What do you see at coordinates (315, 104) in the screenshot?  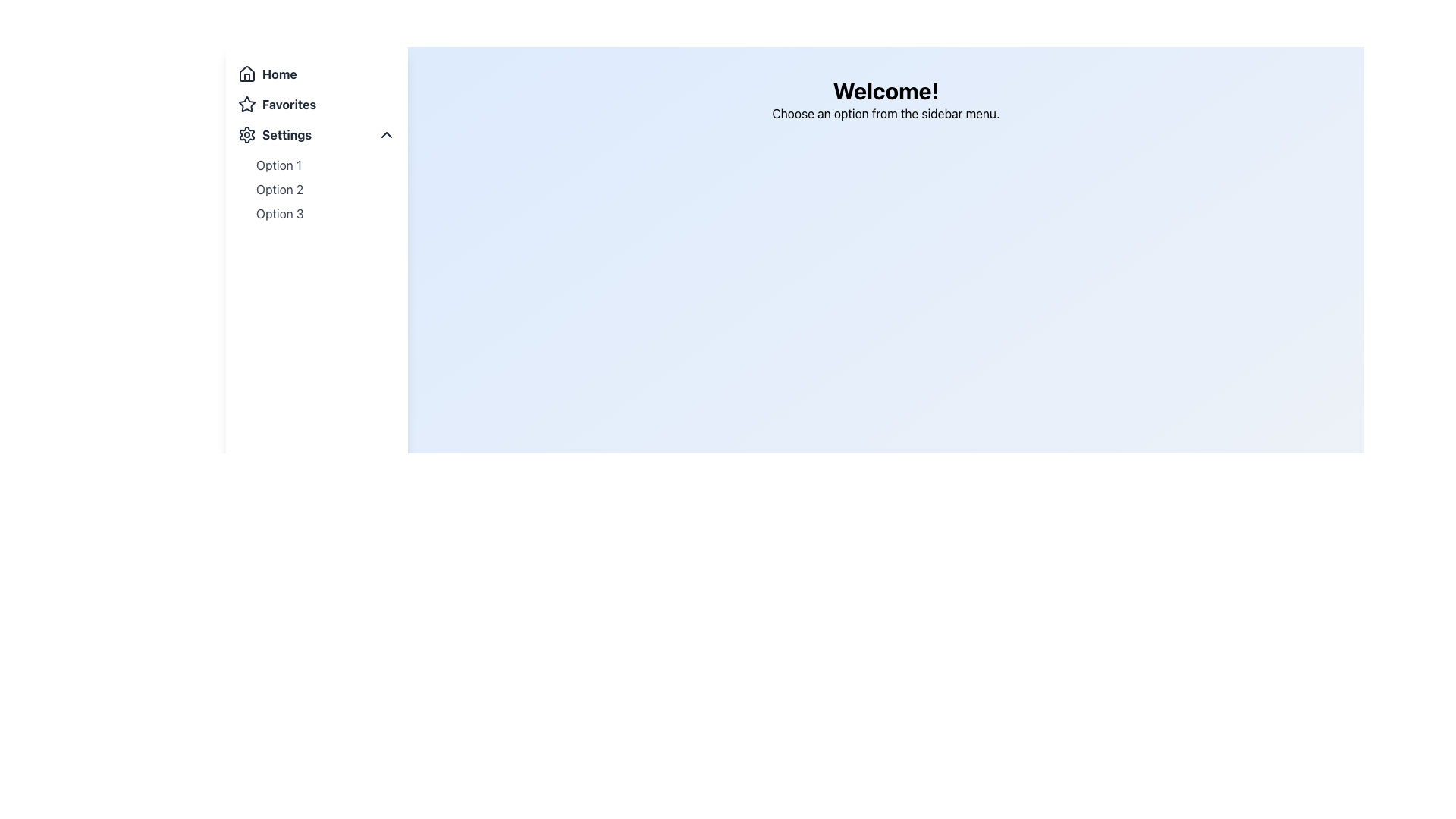 I see `the 'Favorites' button in the vertical navigation menu` at bounding box center [315, 104].